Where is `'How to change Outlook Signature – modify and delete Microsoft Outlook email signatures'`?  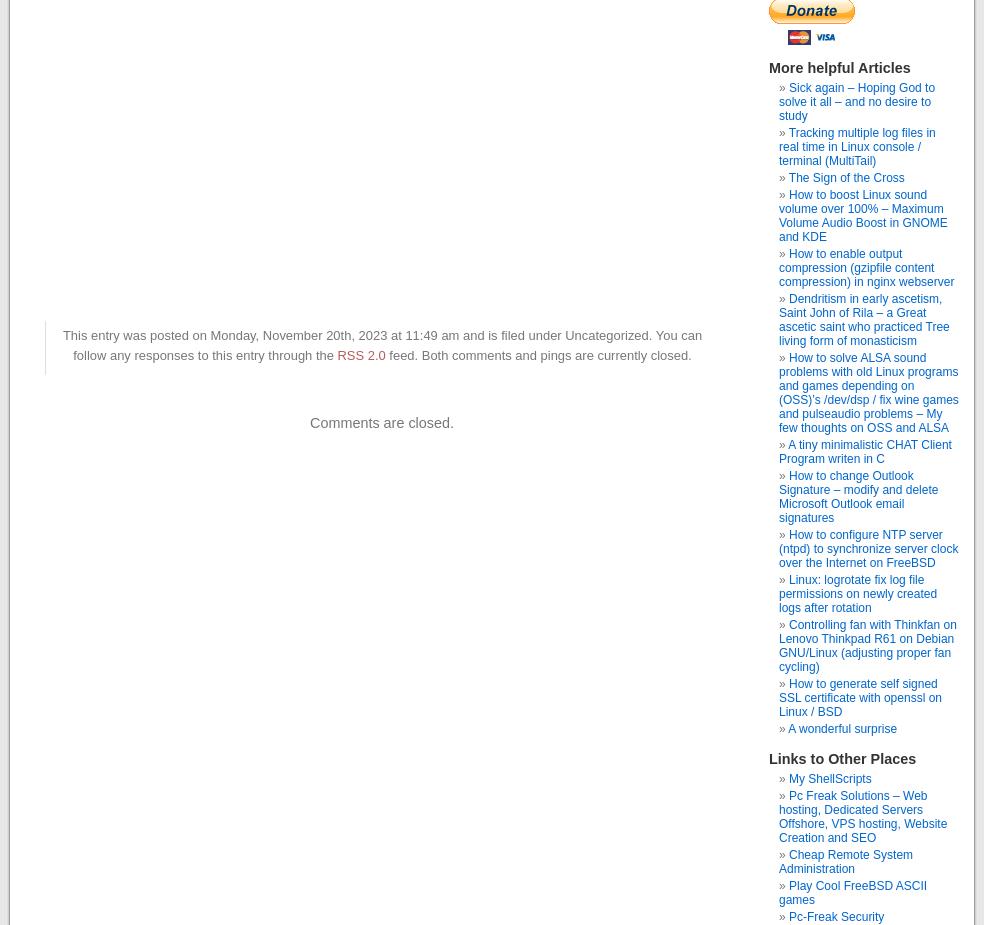
'How to change Outlook Signature – modify and delete Microsoft Outlook email signatures' is located at coordinates (778, 497).